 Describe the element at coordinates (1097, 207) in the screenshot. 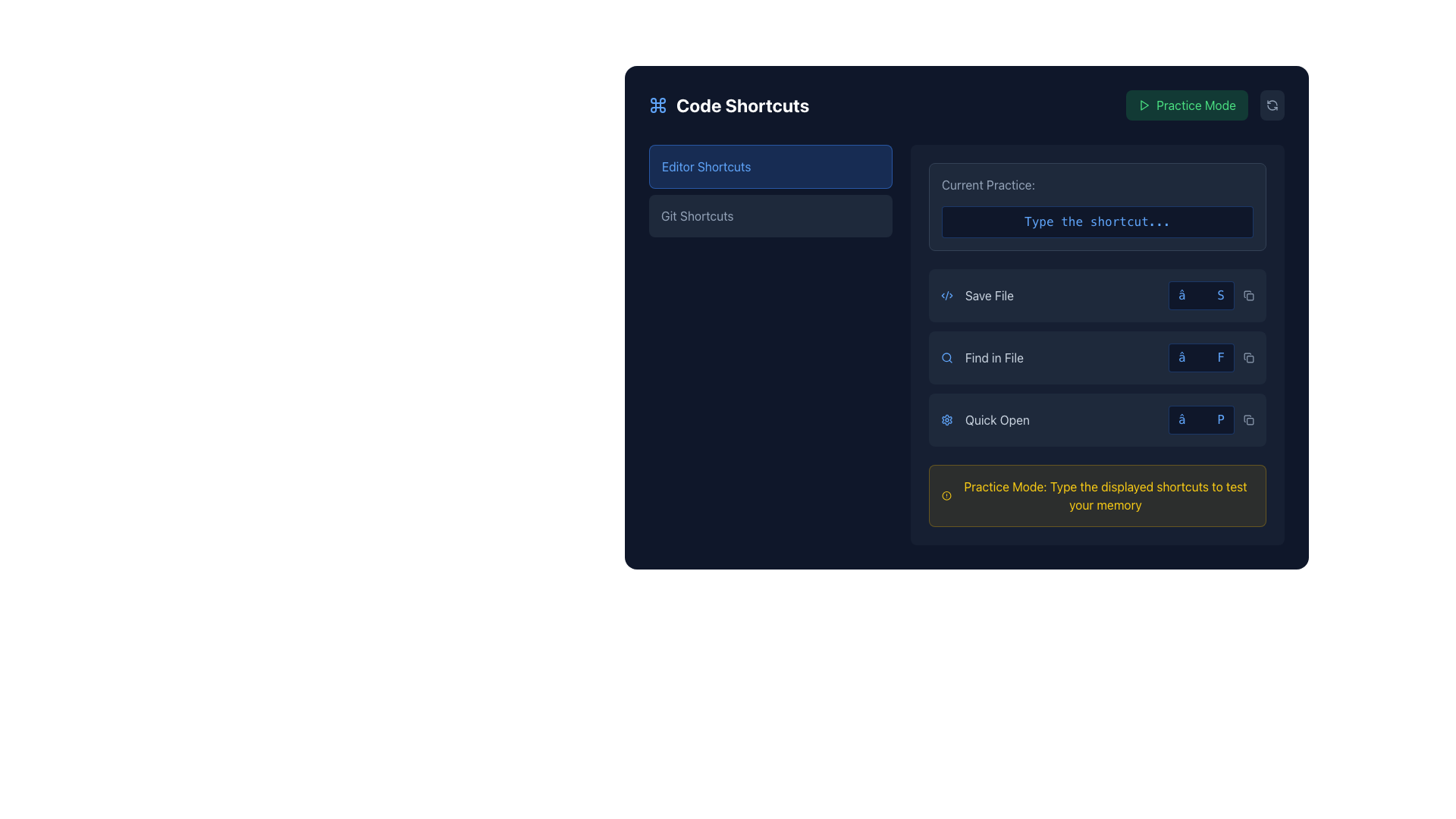

I see `the static input-like display field or placeholder that shows 'Type the shortcut...' with a dark background and rounded corners, located beneath the 'Current Practice:' label` at that location.